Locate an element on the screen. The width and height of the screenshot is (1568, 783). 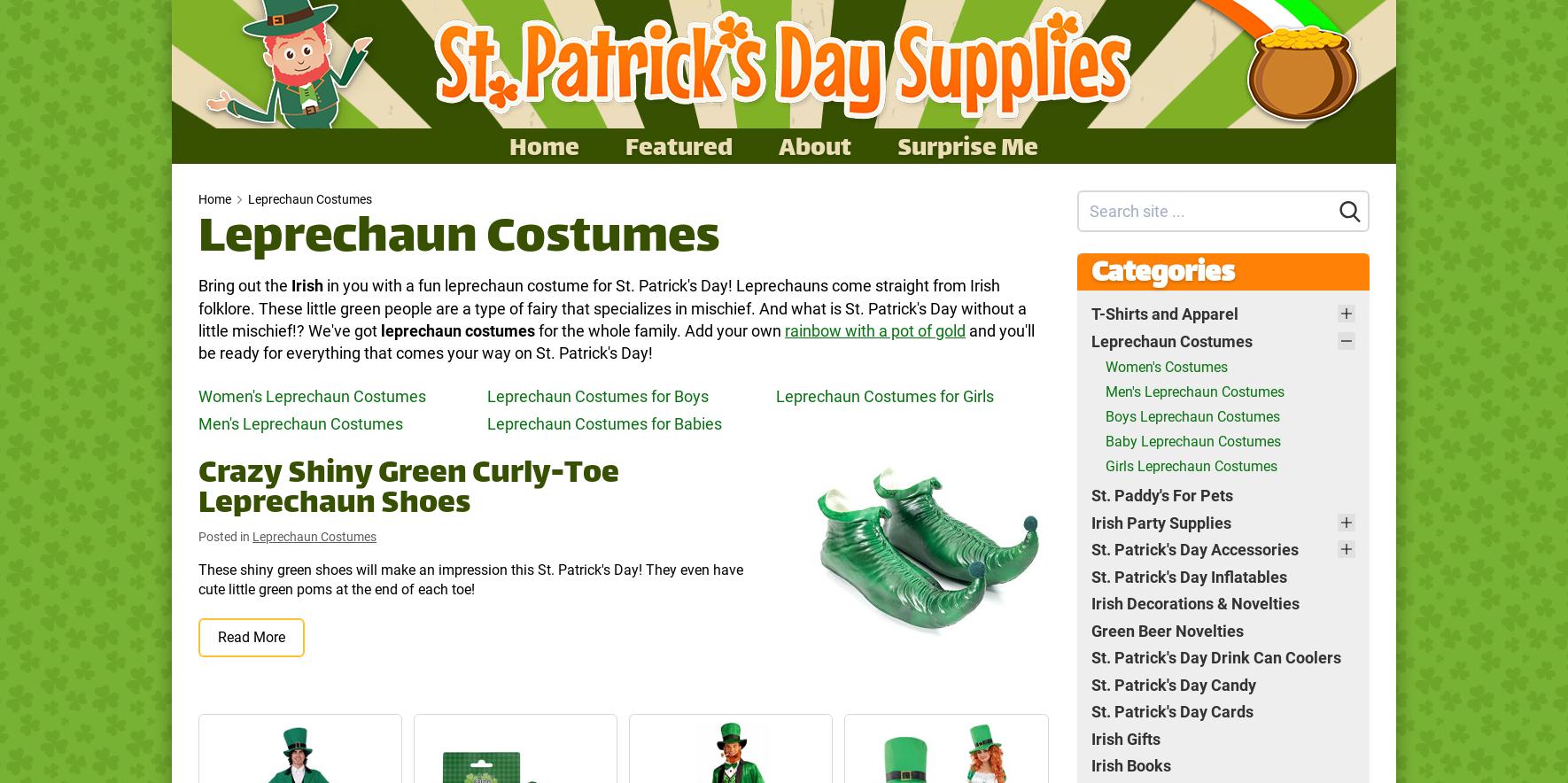
'Irish Decorations & Novelties' is located at coordinates (1194, 603).